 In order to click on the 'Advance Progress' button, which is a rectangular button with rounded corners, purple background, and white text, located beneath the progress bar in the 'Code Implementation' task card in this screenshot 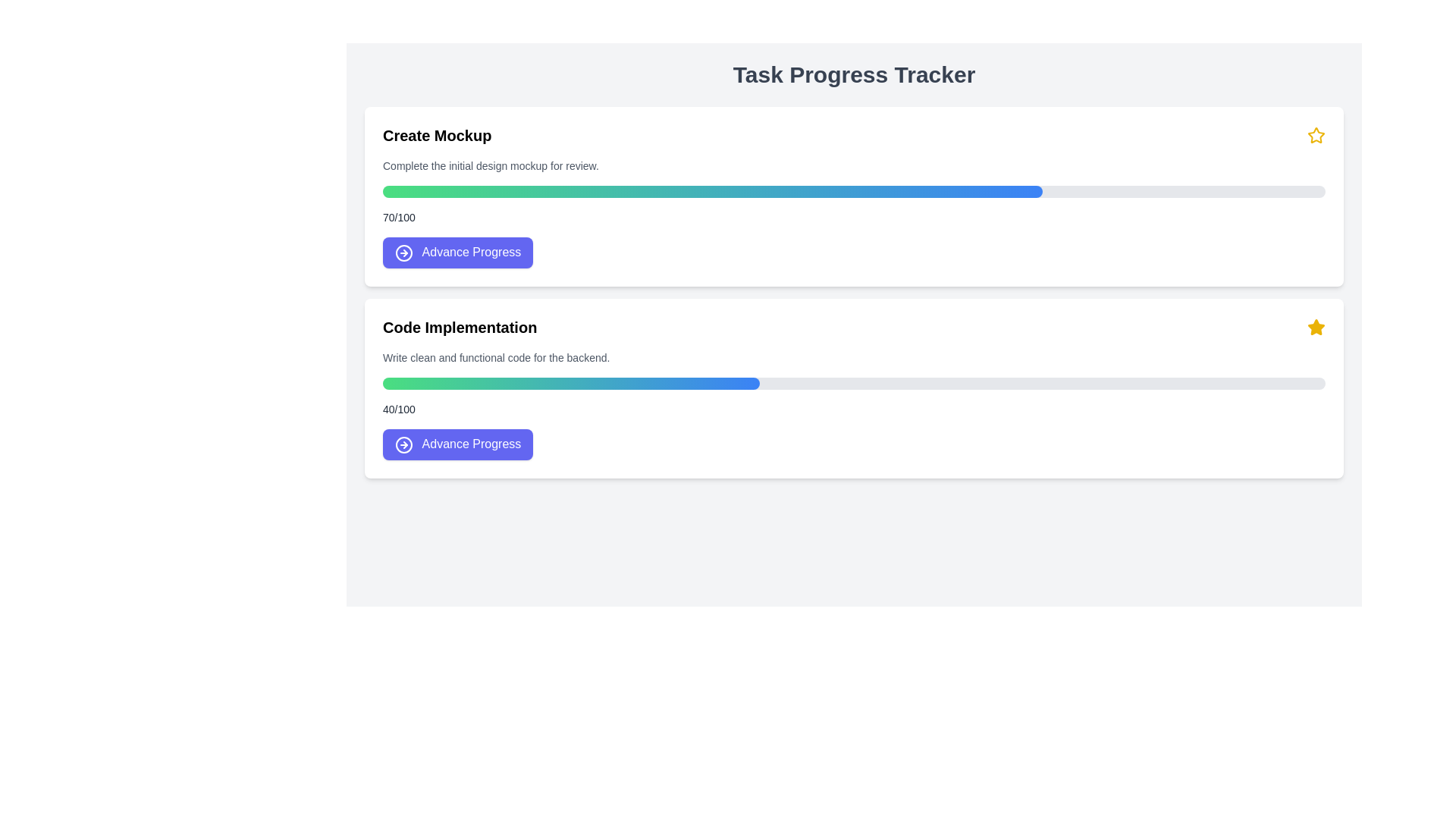, I will do `click(457, 444)`.